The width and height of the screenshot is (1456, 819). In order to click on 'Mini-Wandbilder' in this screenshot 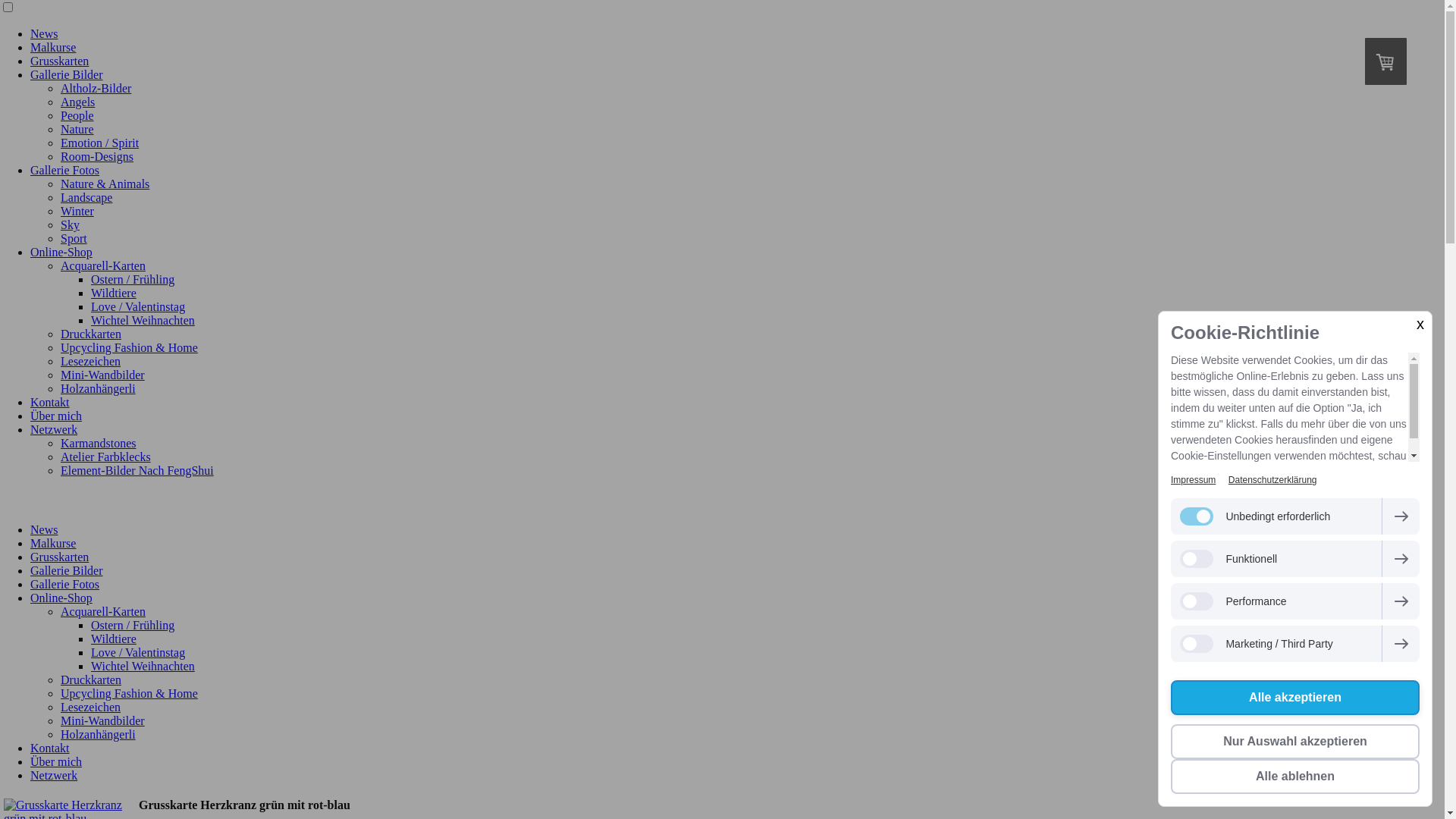, I will do `click(61, 720)`.